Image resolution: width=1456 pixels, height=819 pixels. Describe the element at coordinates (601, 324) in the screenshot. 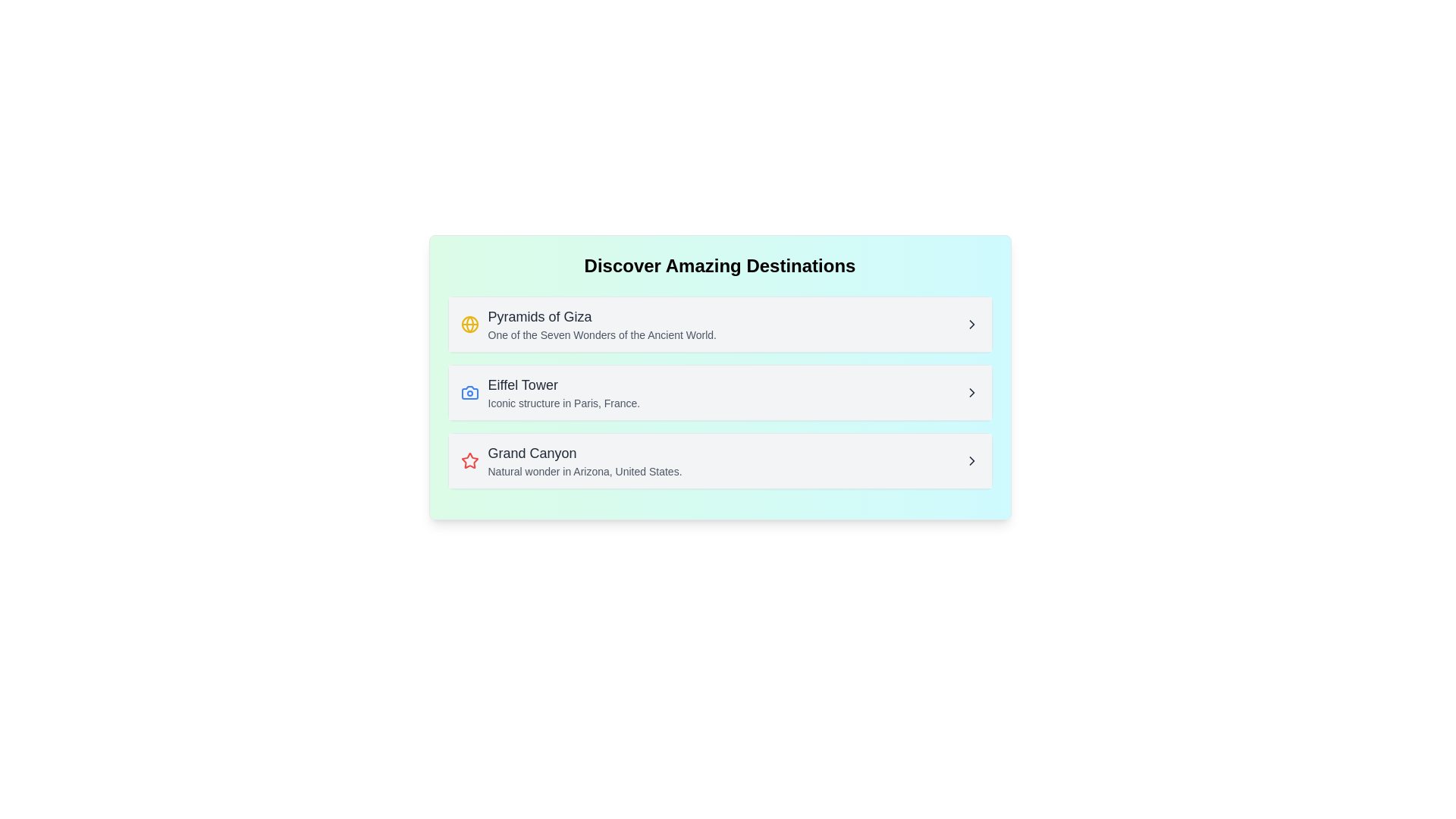

I see `the descriptive text label for the first entry in the list of destinations, which is part of the section titled 'Discover Amazing Destinations'` at that location.